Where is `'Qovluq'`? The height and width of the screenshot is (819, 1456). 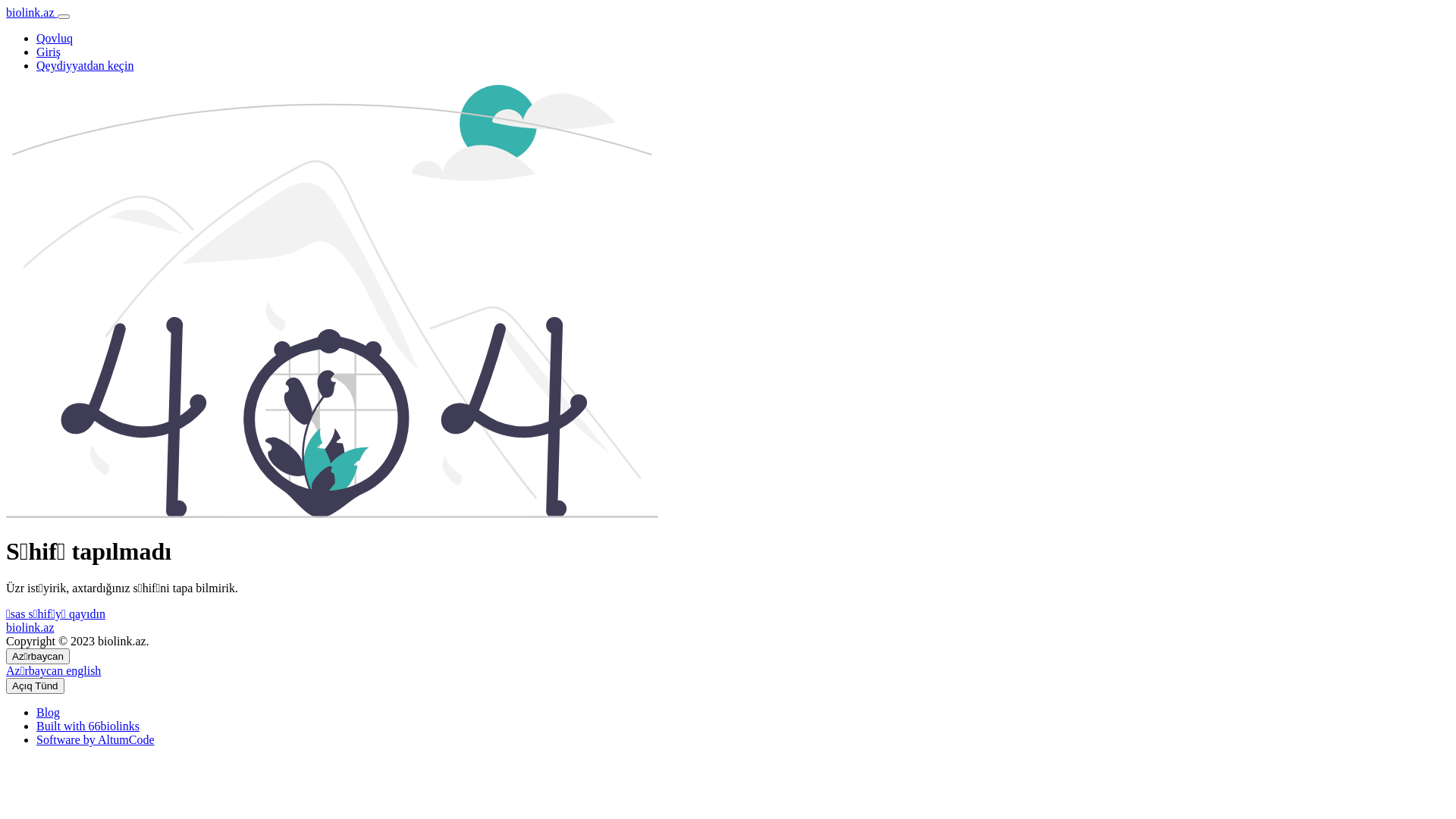 'Qovluq' is located at coordinates (55, 37).